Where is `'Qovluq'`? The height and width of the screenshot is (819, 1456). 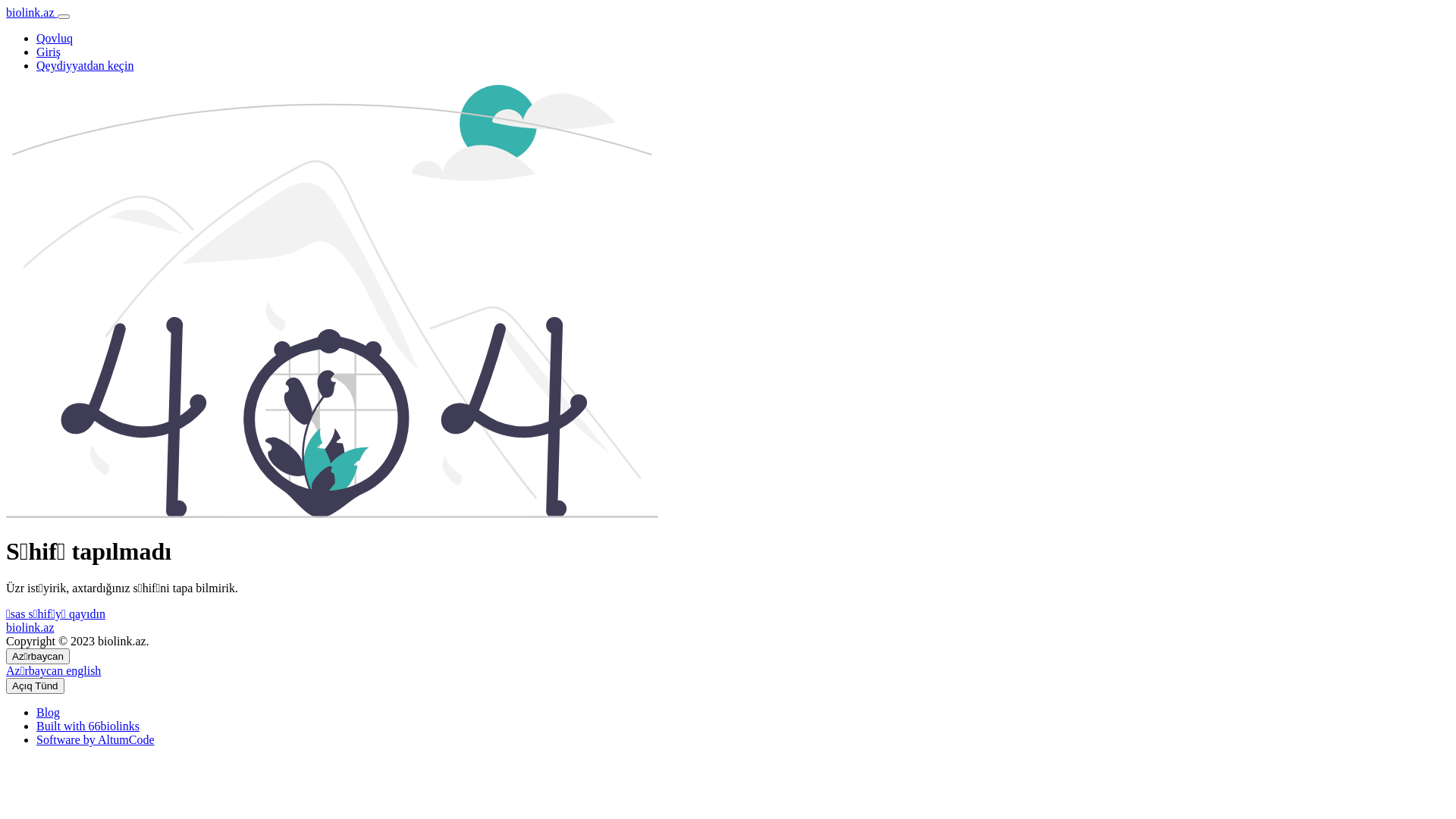 'Qovluq' is located at coordinates (55, 37).